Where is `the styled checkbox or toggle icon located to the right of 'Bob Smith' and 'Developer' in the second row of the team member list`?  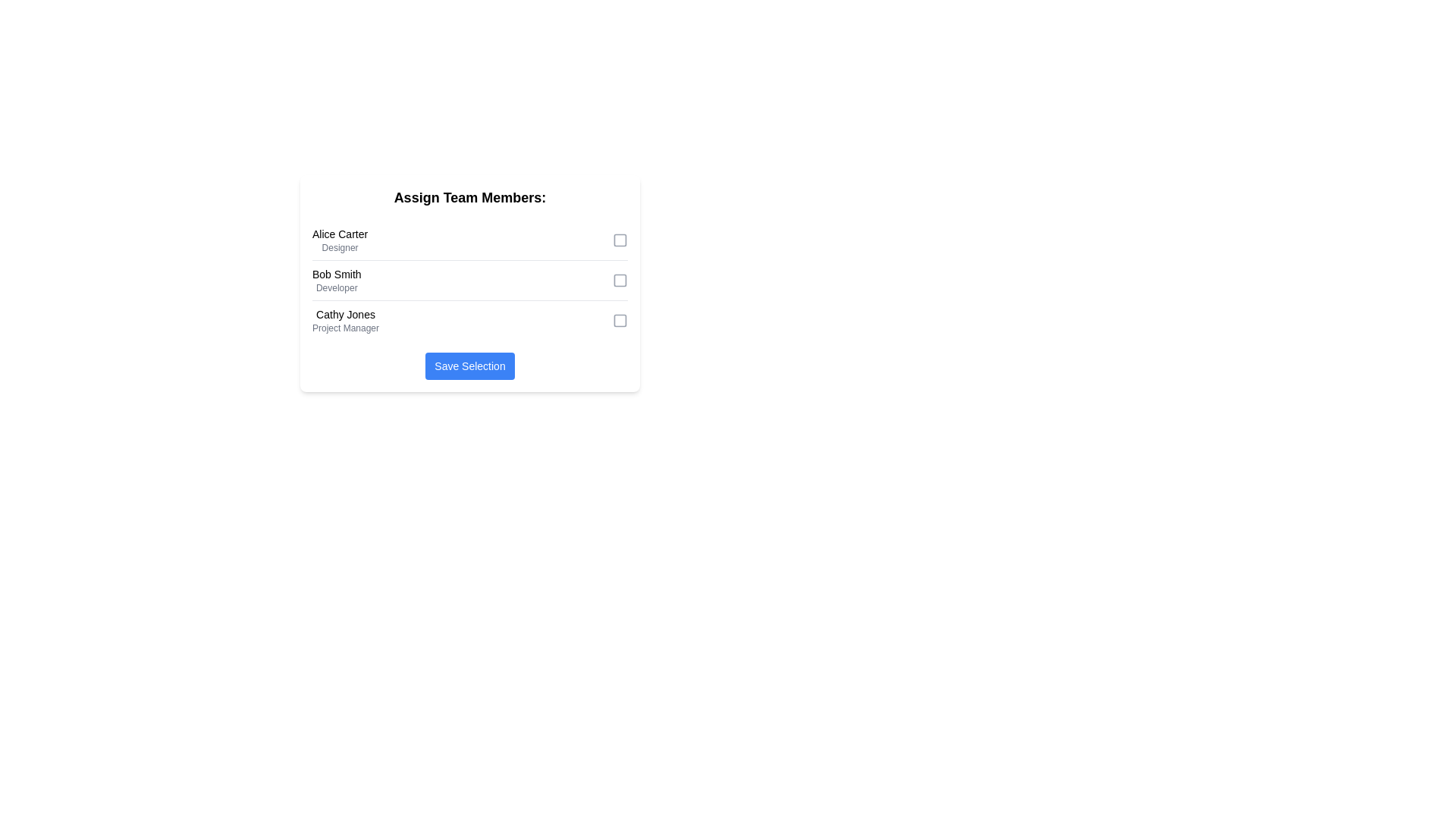 the styled checkbox or toggle icon located to the right of 'Bob Smith' and 'Developer' in the second row of the team member list is located at coordinates (620, 281).